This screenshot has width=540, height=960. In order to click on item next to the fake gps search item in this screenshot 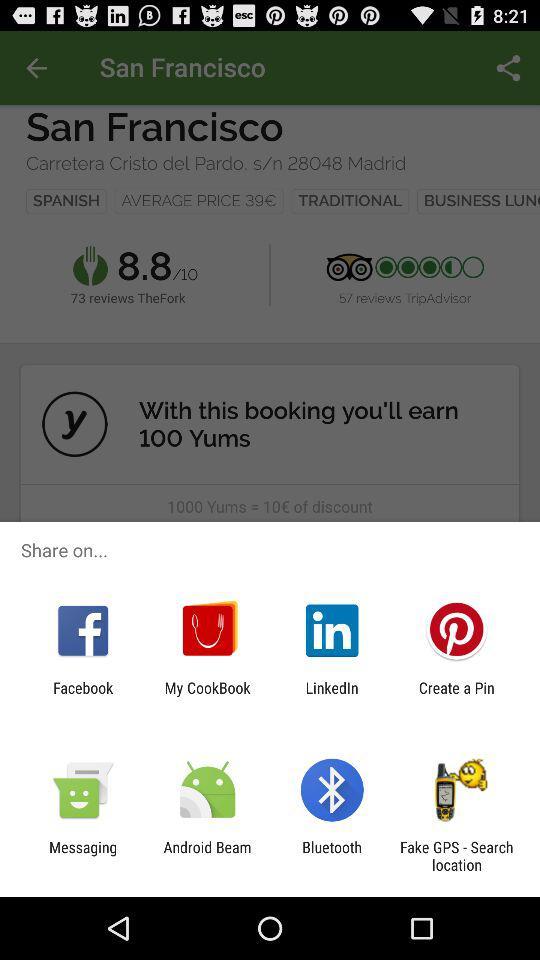, I will do `click(332, 855)`.